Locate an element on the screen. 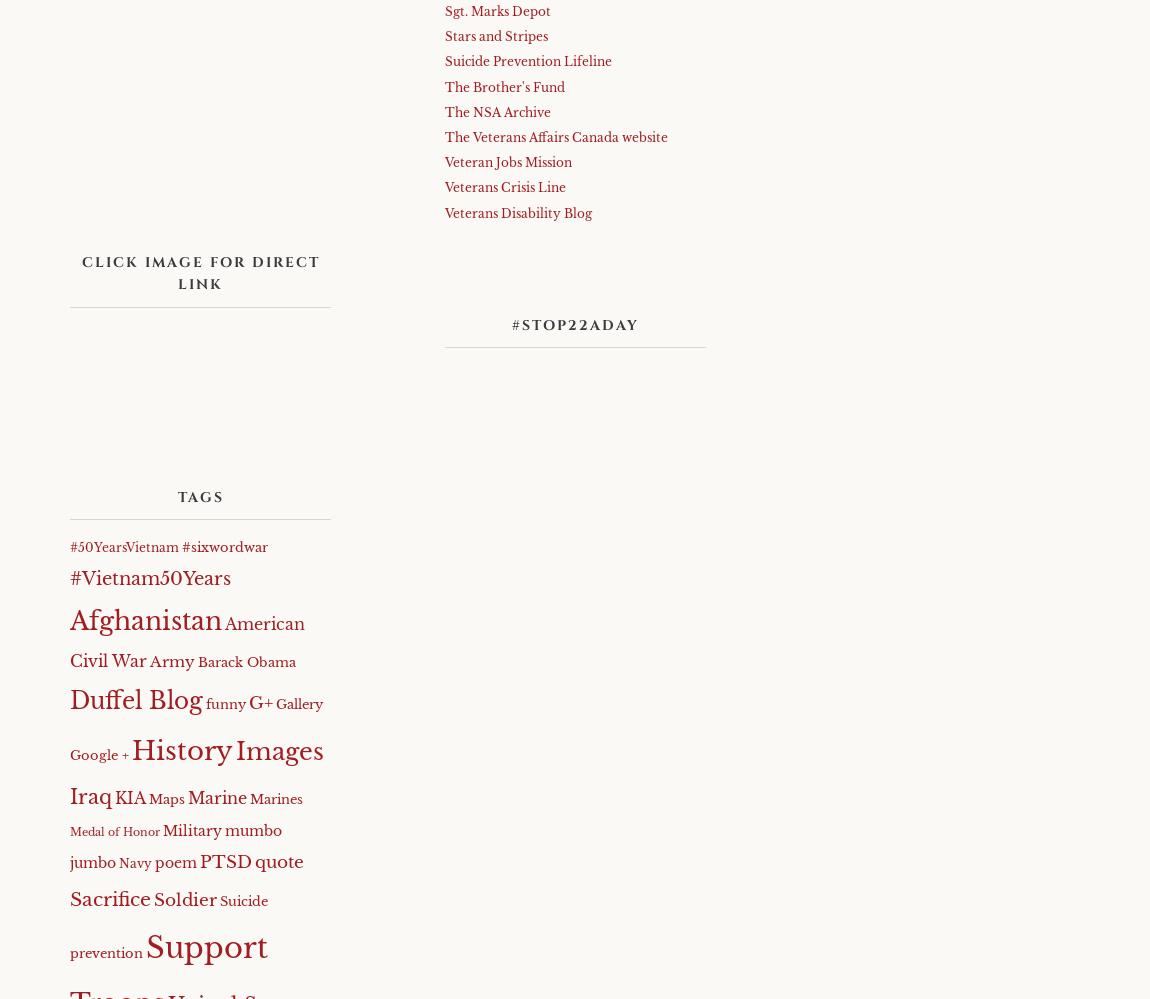  'The NSA Archive' is located at coordinates (497, 111).